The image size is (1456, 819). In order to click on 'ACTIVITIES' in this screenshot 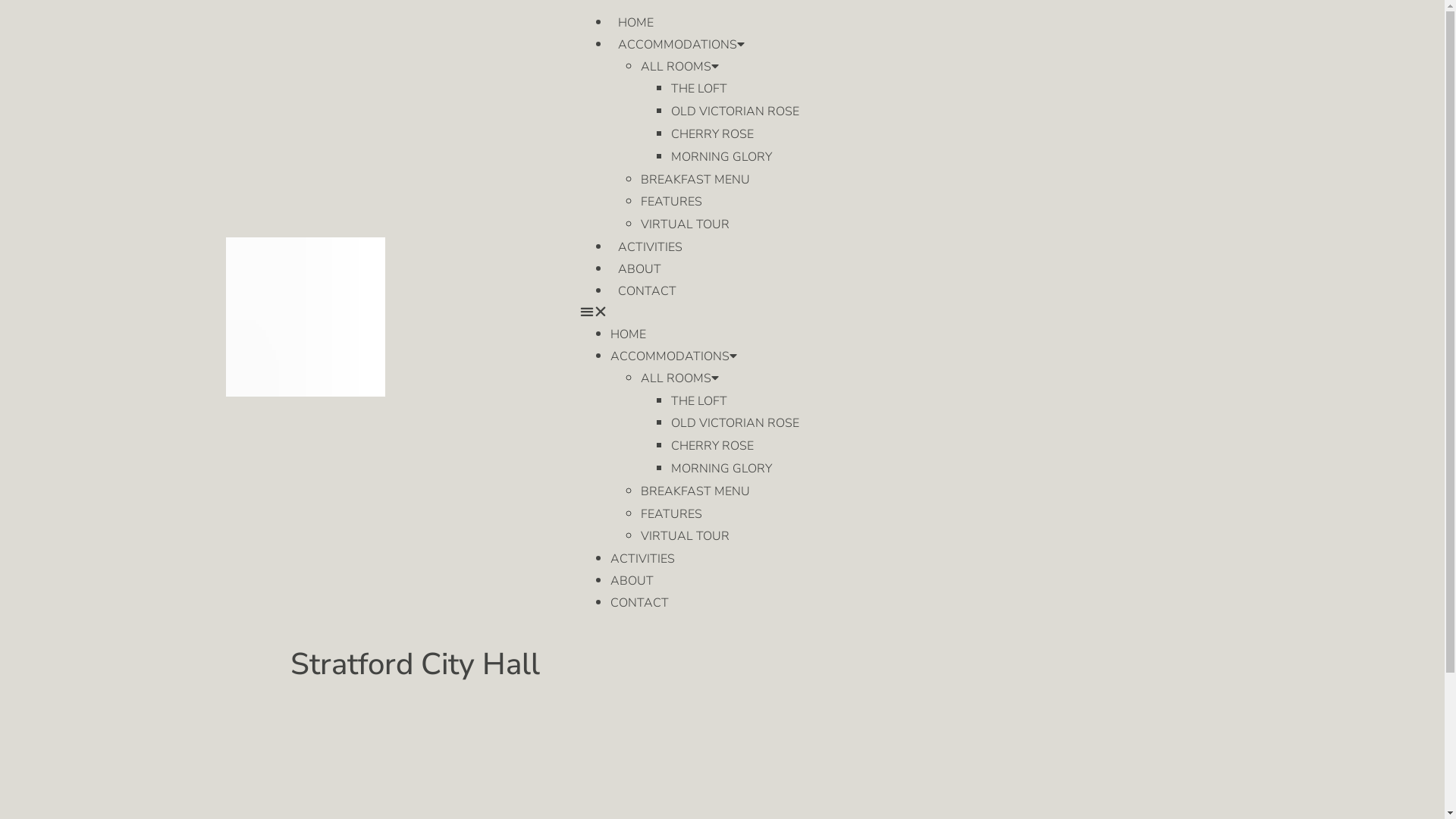, I will do `click(642, 558)`.